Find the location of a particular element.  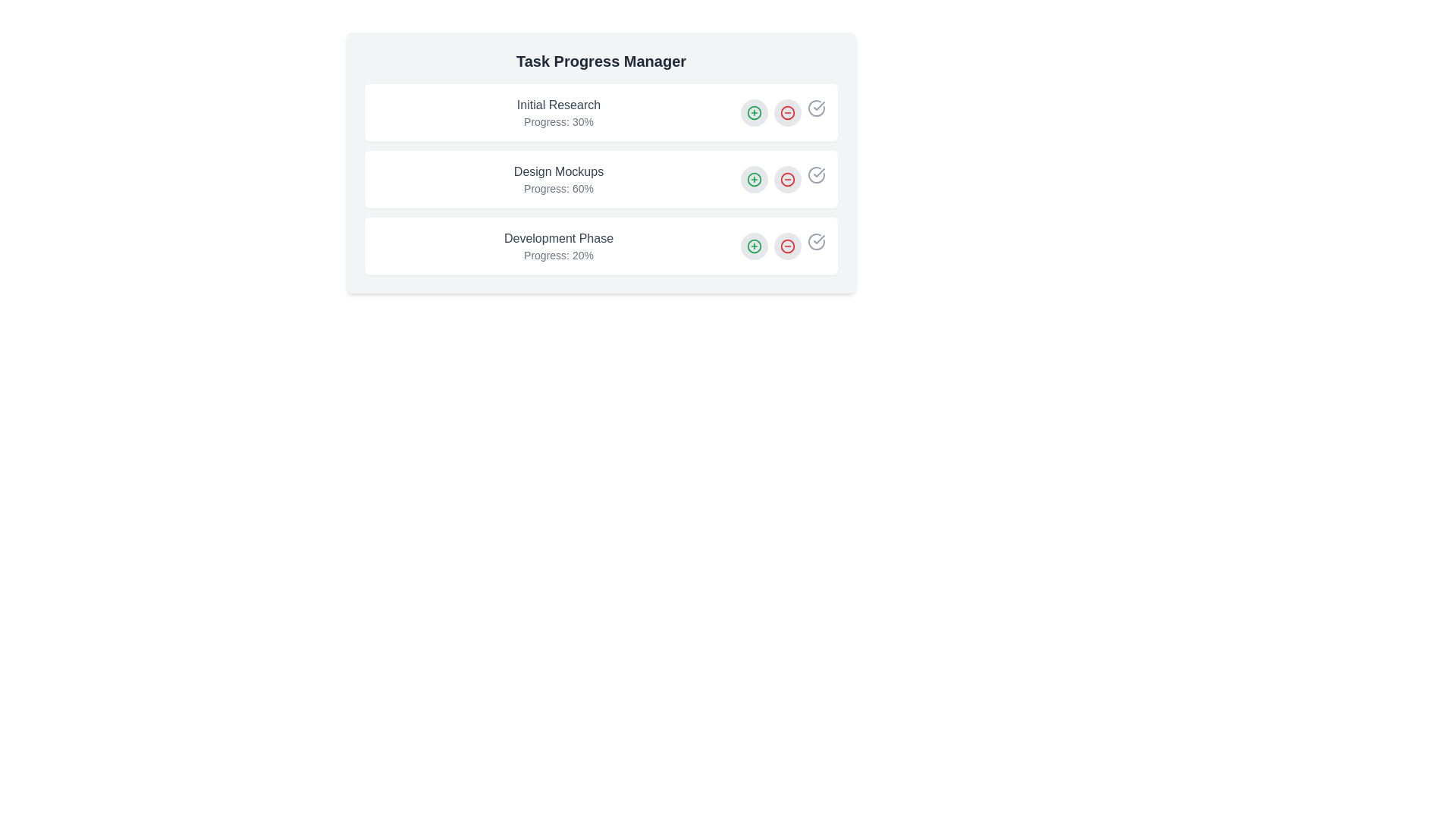

the checkmark icon within the 'Design Mockups' row, which indicates task progress or confirmation is located at coordinates (818, 171).